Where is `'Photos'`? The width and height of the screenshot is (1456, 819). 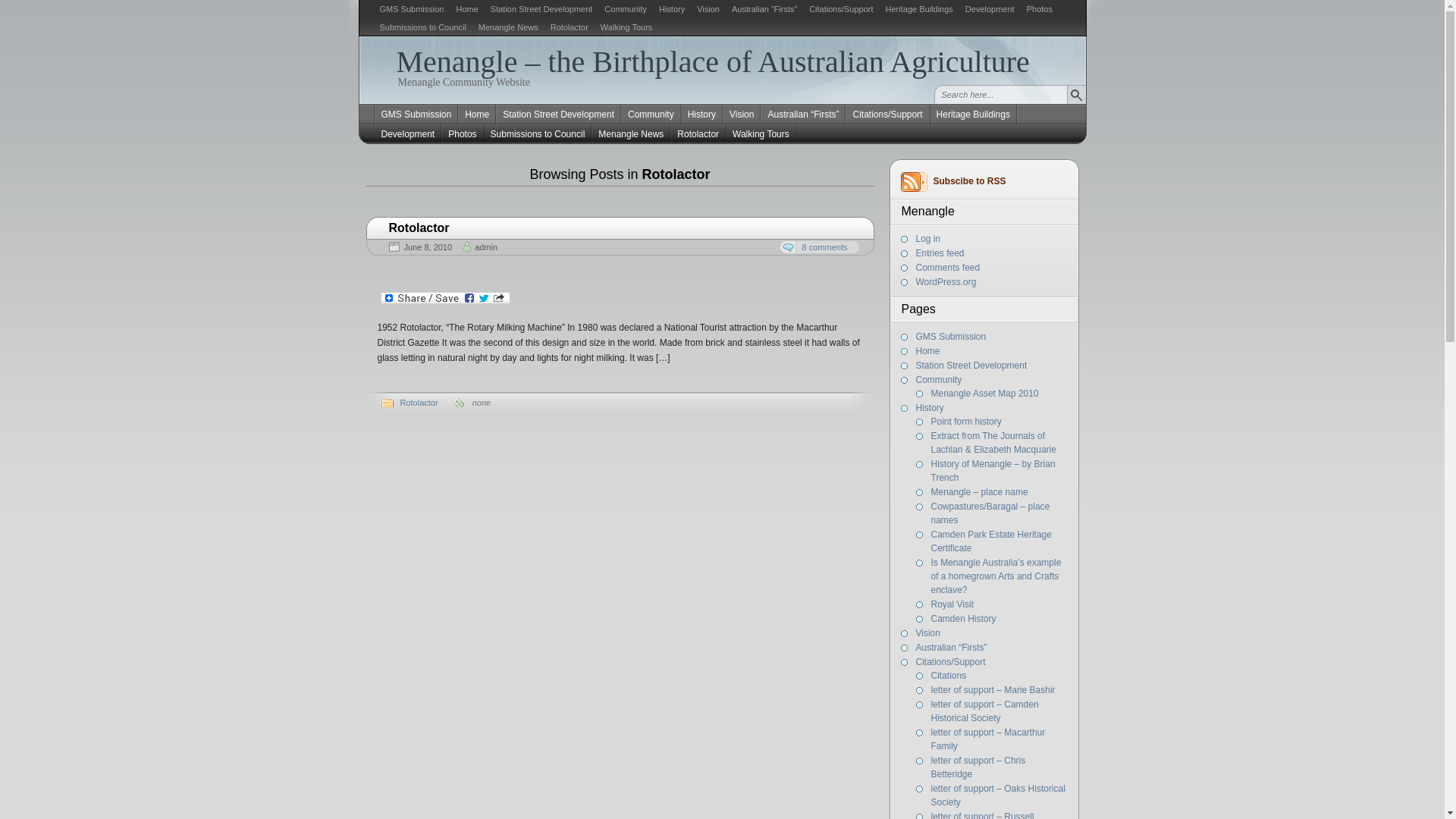 'Photos' is located at coordinates (1039, 8).